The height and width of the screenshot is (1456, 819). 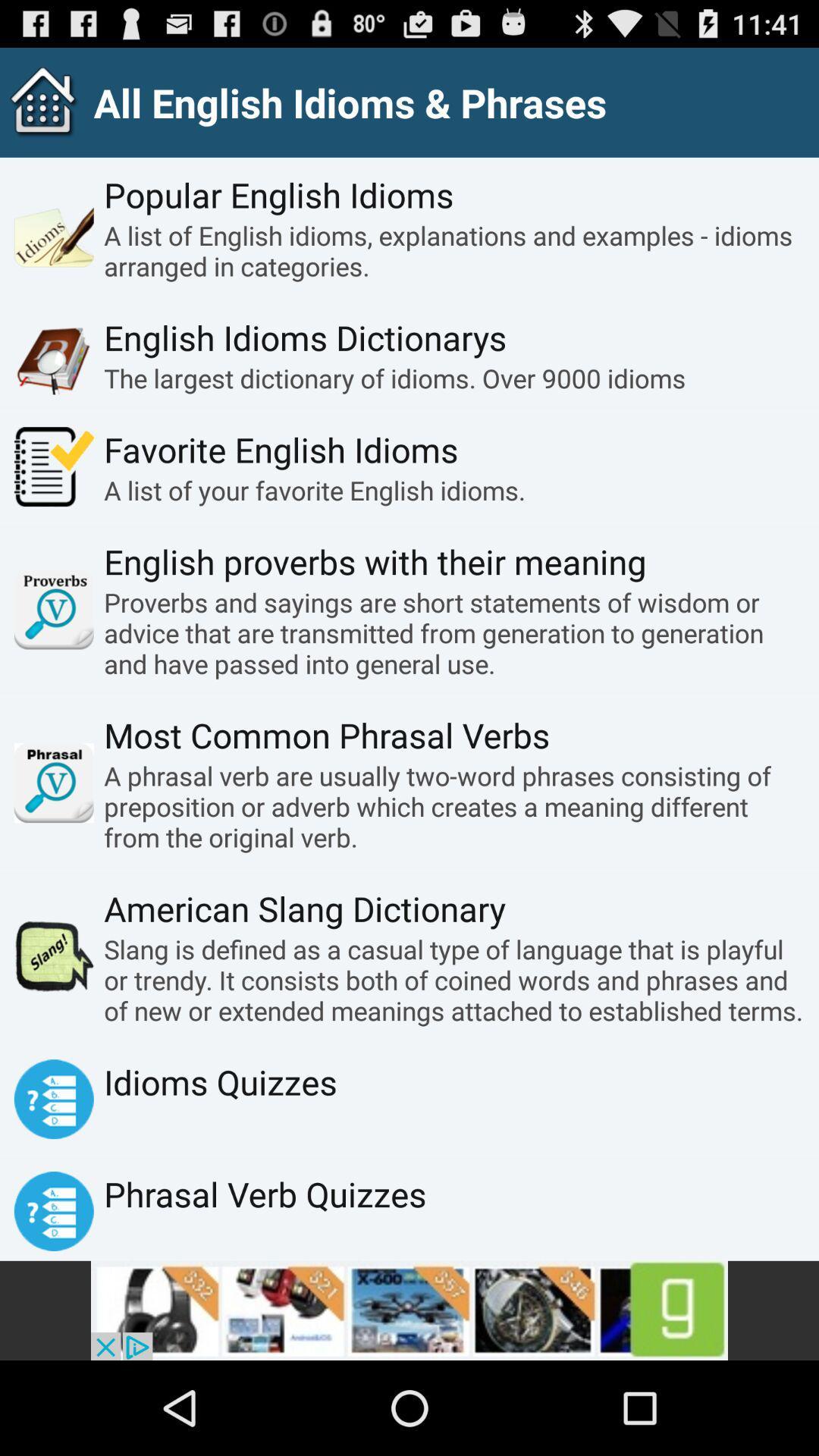 What do you see at coordinates (39, 108) in the screenshot?
I see `the home icon` at bounding box center [39, 108].